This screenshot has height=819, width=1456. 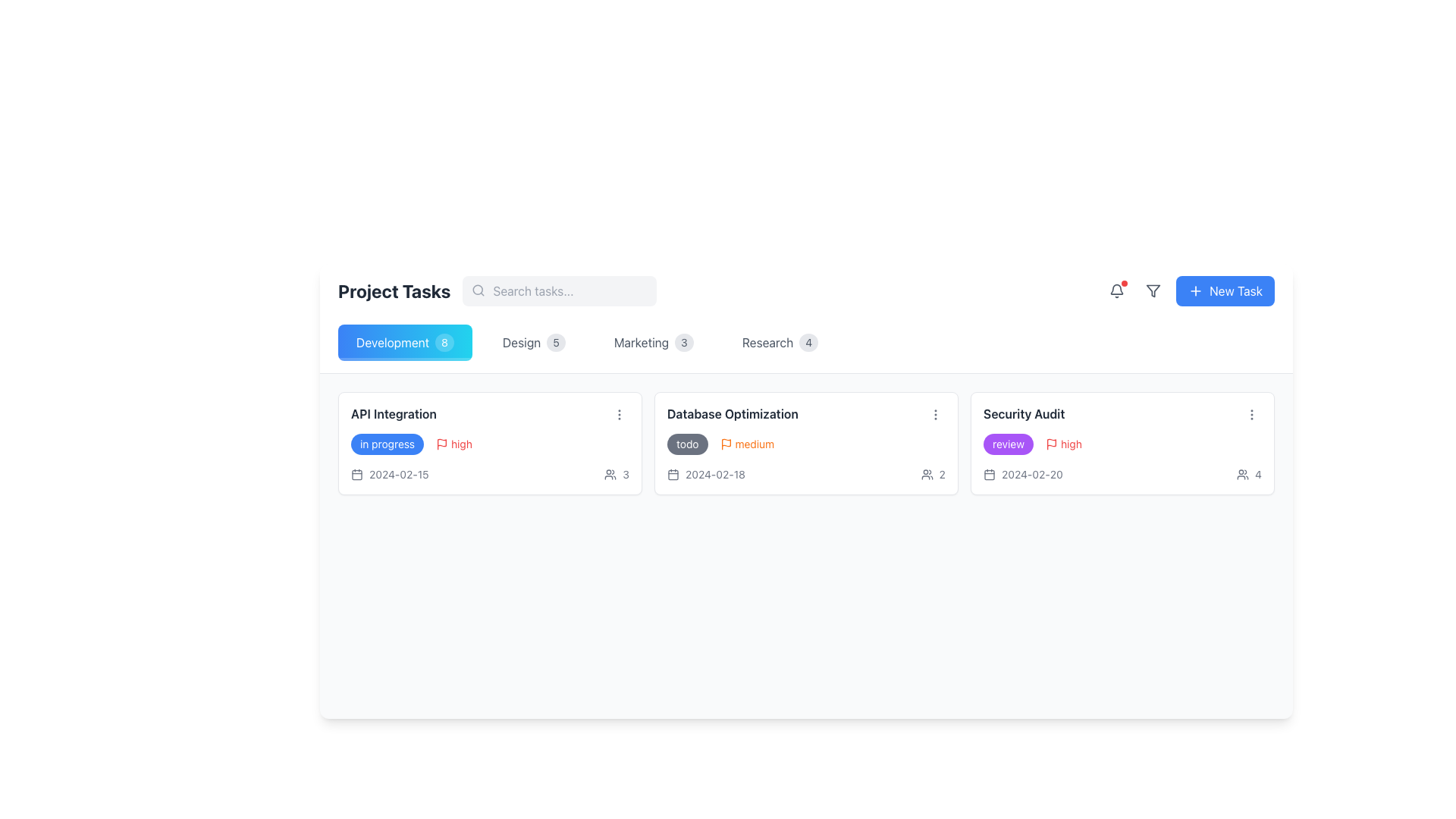 I want to click on the static text displaying the word 'high' in red, which is located next to a red flag icon within the task card labeled 'API Integration', so click(x=461, y=444).